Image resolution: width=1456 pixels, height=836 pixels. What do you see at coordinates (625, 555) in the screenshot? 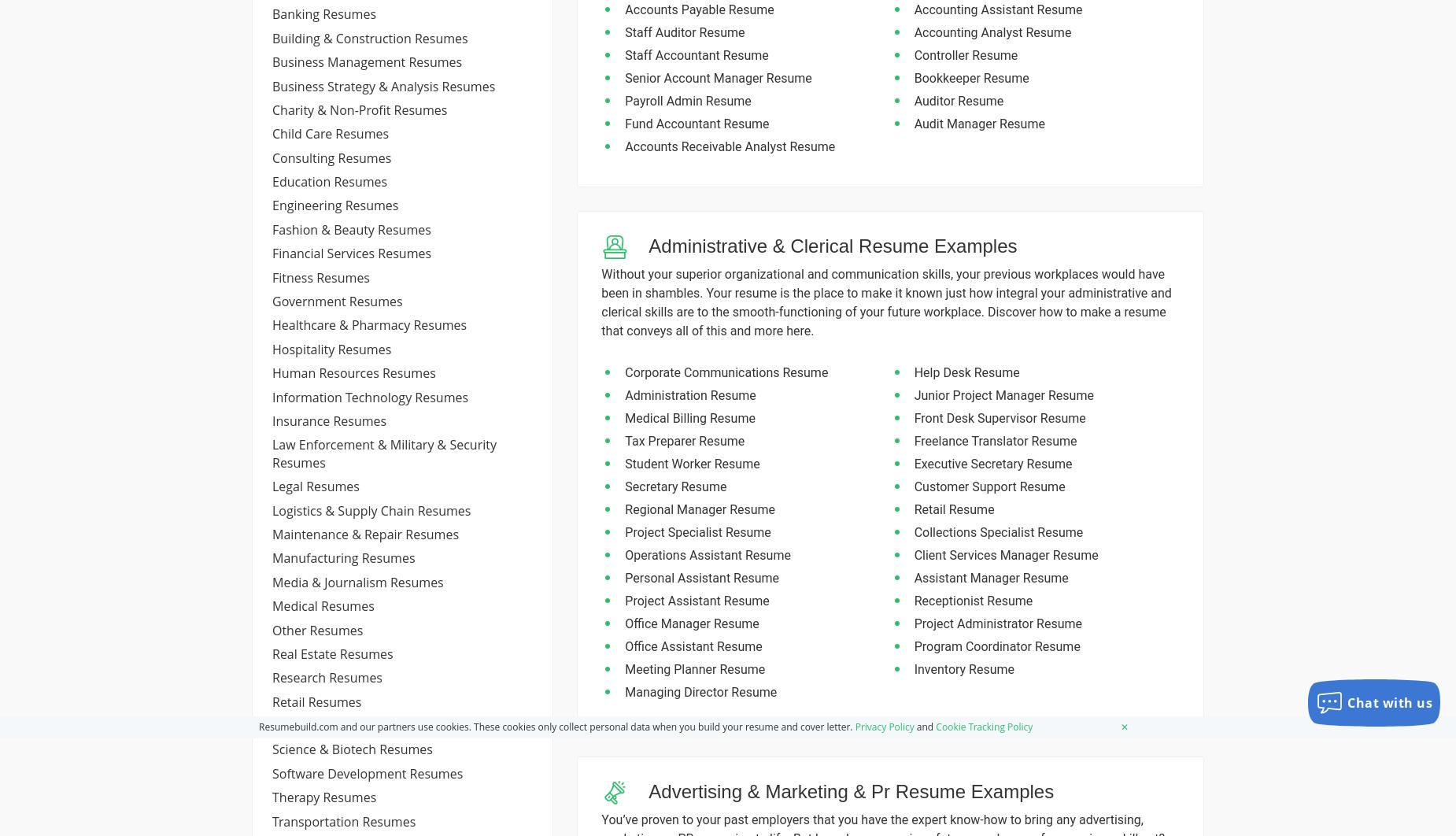
I see `'Operations Assistant Resume'` at bounding box center [625, 555].